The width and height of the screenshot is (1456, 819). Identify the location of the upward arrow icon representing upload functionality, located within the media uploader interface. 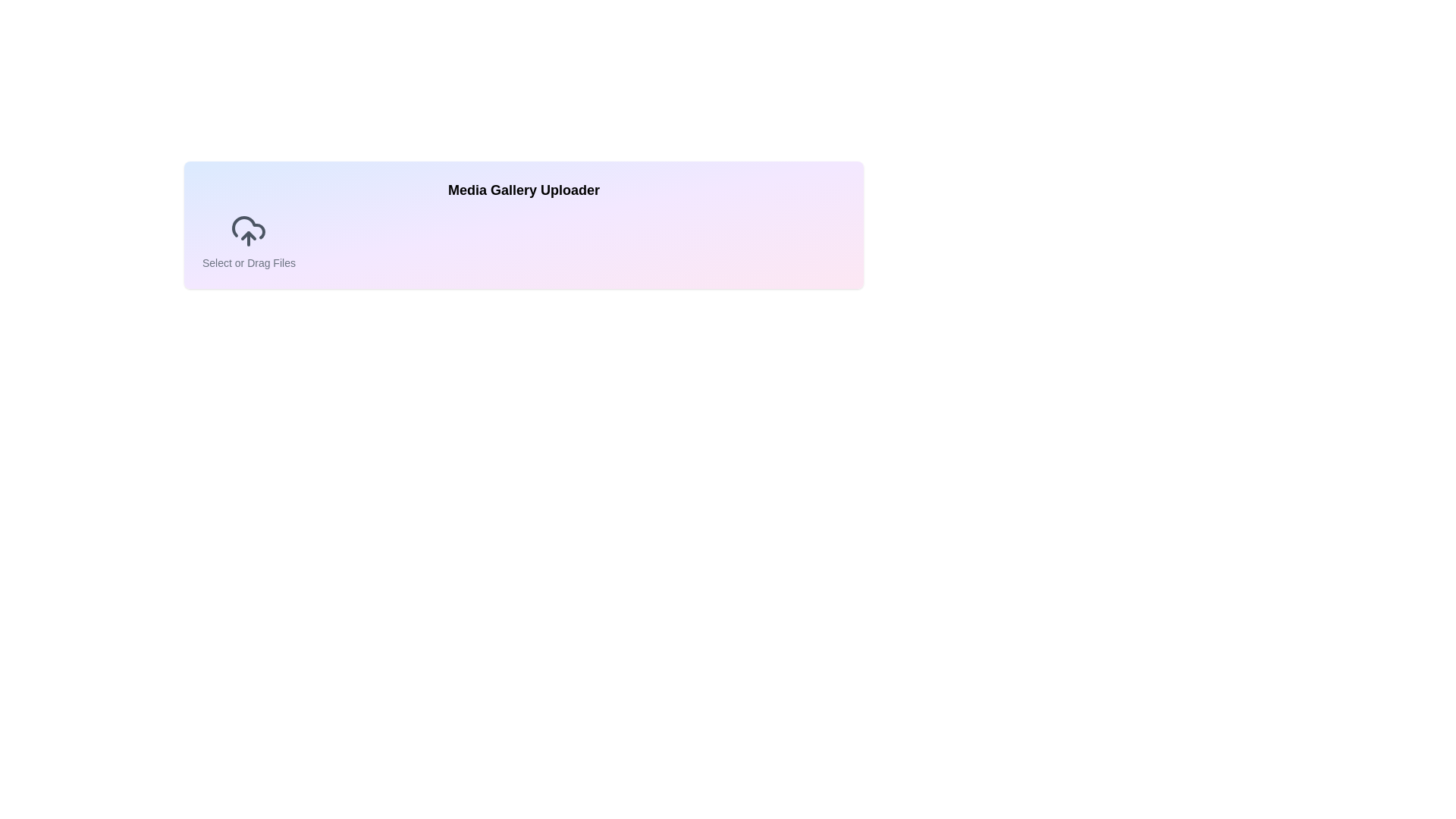
(249, 236).